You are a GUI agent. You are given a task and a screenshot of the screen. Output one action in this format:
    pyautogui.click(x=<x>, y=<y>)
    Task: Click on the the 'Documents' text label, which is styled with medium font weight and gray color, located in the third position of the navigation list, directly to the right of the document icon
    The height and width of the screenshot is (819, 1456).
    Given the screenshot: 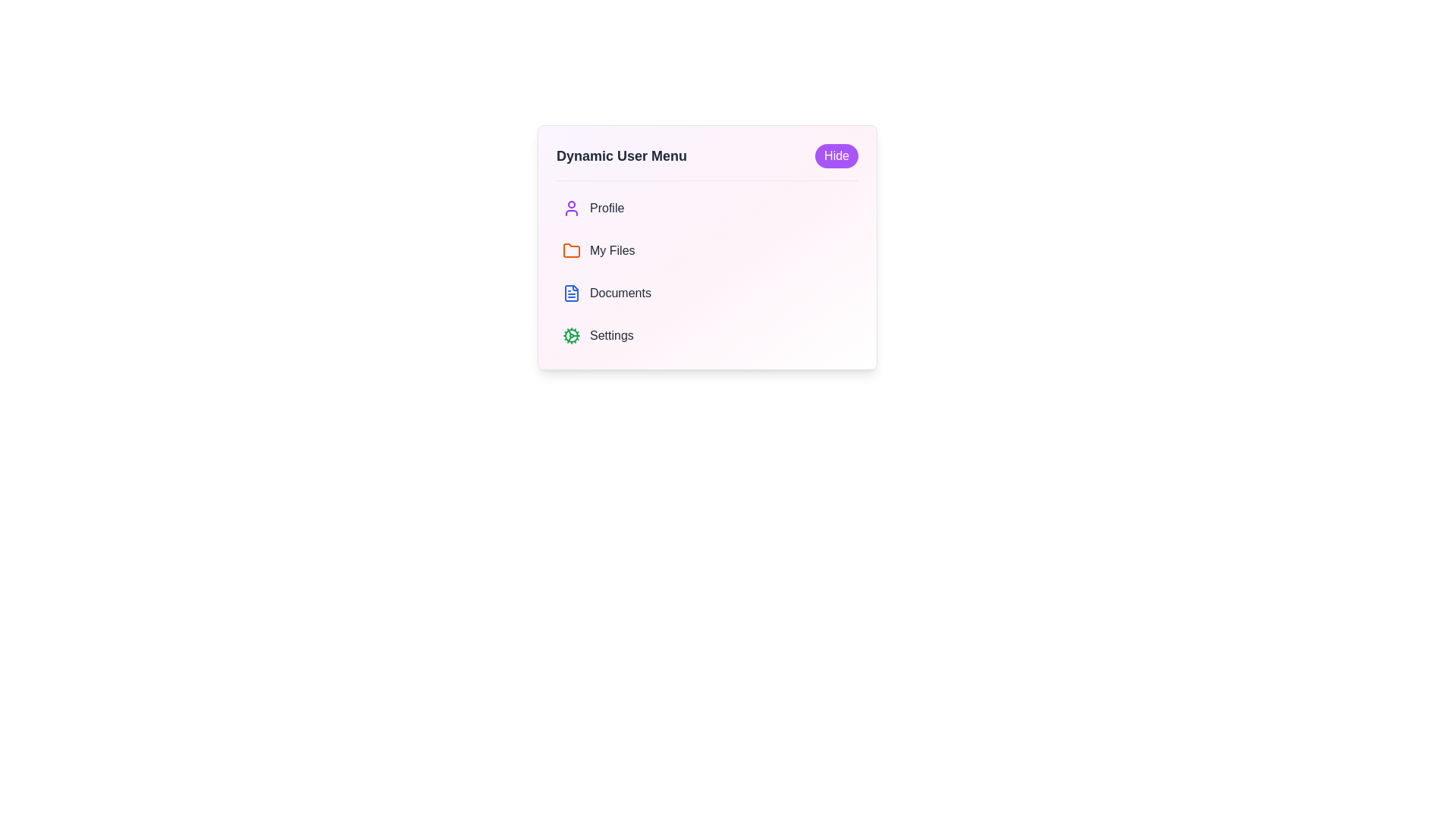 What is the action you would take?
    pyautogui.click(x=620, y=293)
    